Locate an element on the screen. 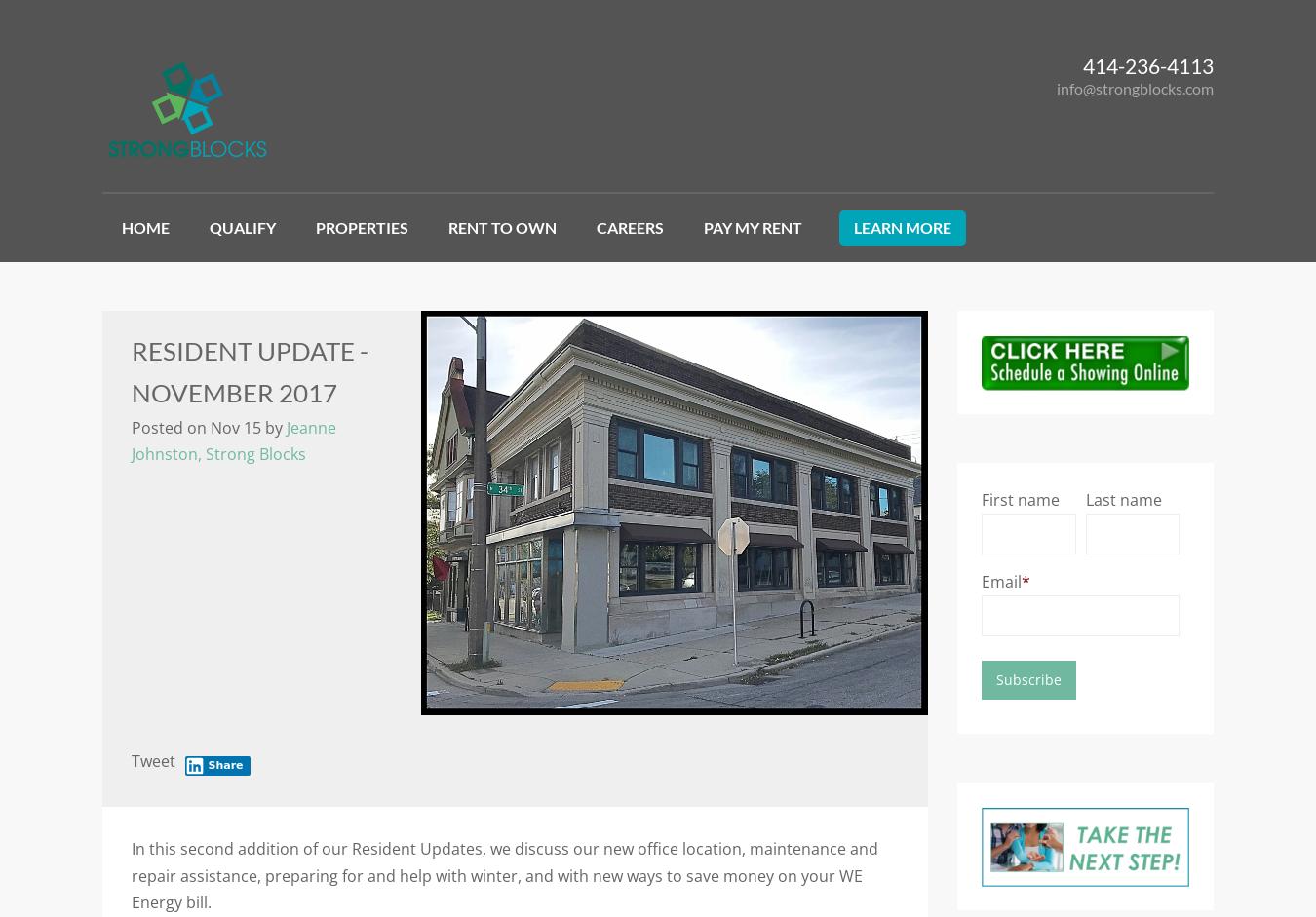 The width and height of the screenshot is (1316, 917). 'Last name' is located at coordinates (1084, 497).